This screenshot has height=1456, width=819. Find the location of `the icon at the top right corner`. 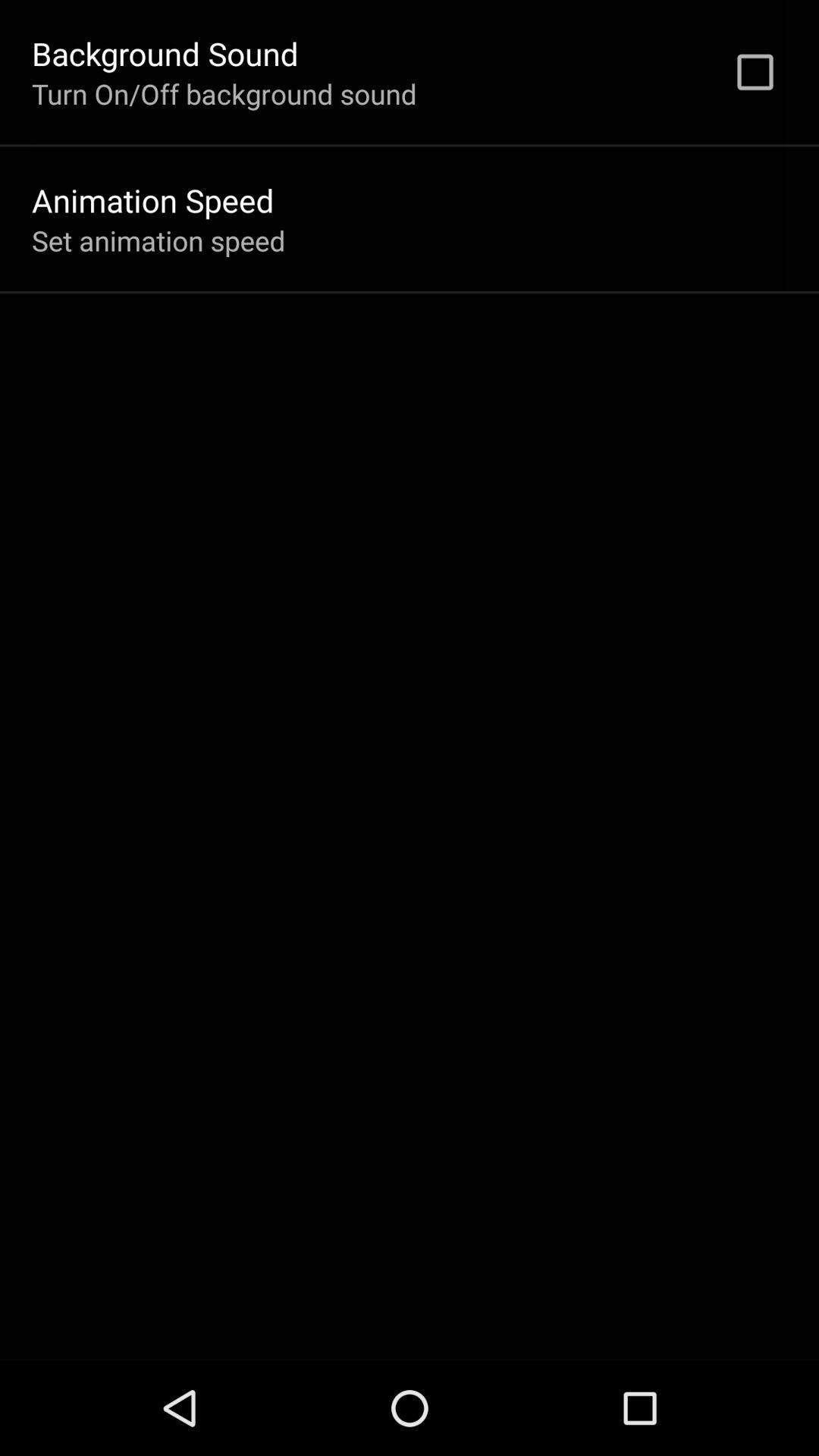

the icon at the top right corner is located at coordinates (755, 71).